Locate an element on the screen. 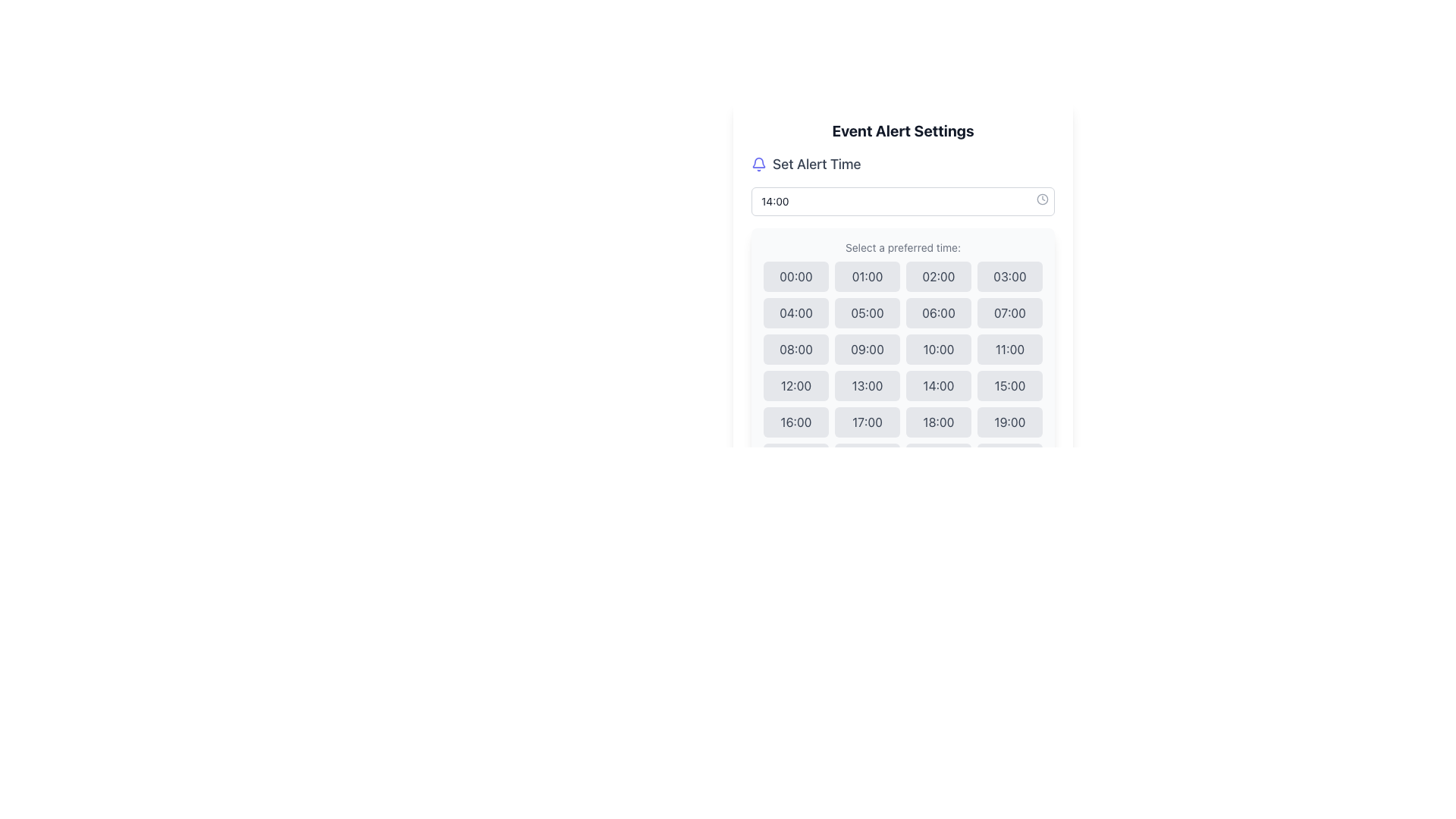  the square button with rounded corners labeled '05:00' located in the second row and second column of the time selection grid is located at coordinates (867, 312).